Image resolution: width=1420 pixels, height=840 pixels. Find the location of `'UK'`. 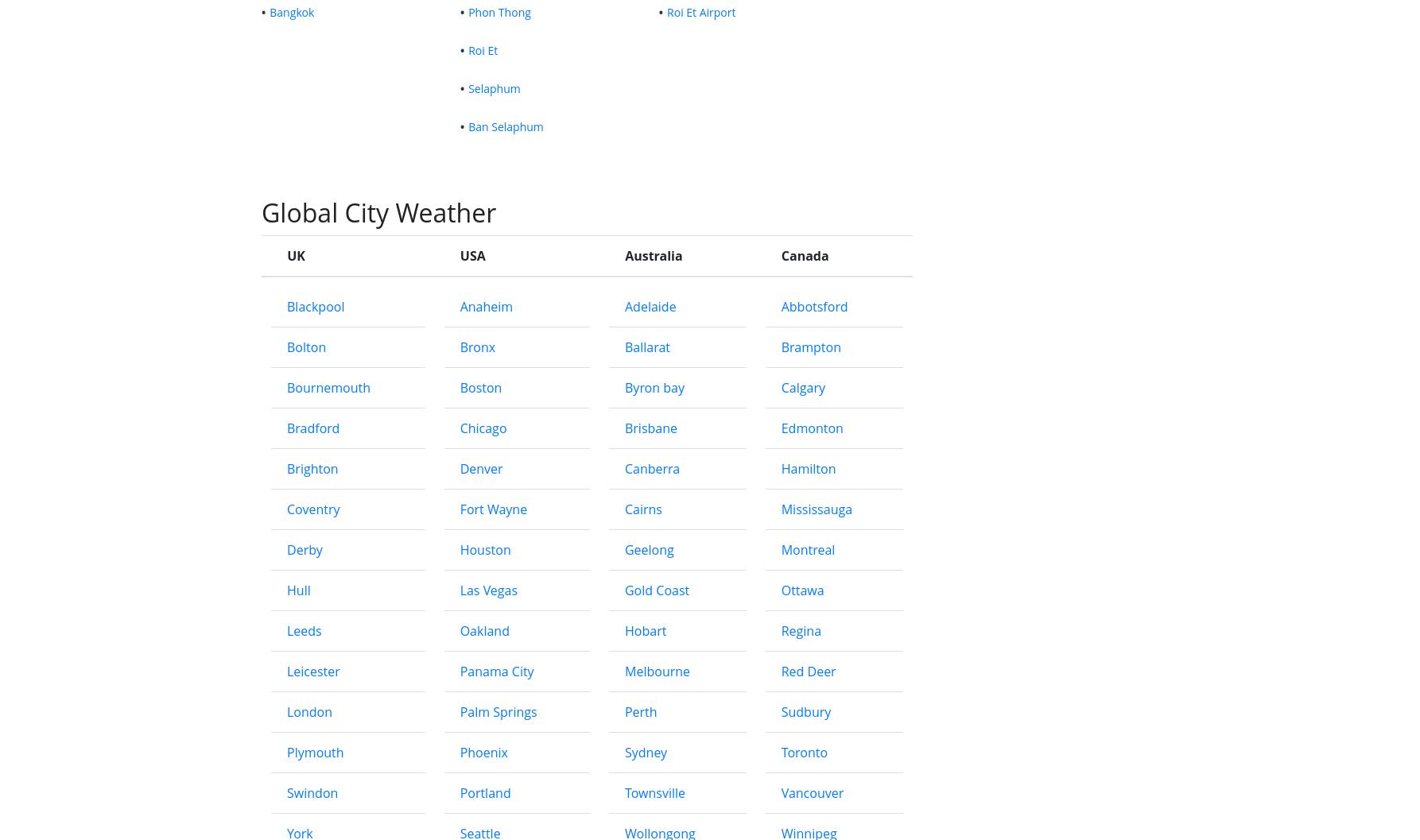

'UK' is located at coordinates (294, 491).